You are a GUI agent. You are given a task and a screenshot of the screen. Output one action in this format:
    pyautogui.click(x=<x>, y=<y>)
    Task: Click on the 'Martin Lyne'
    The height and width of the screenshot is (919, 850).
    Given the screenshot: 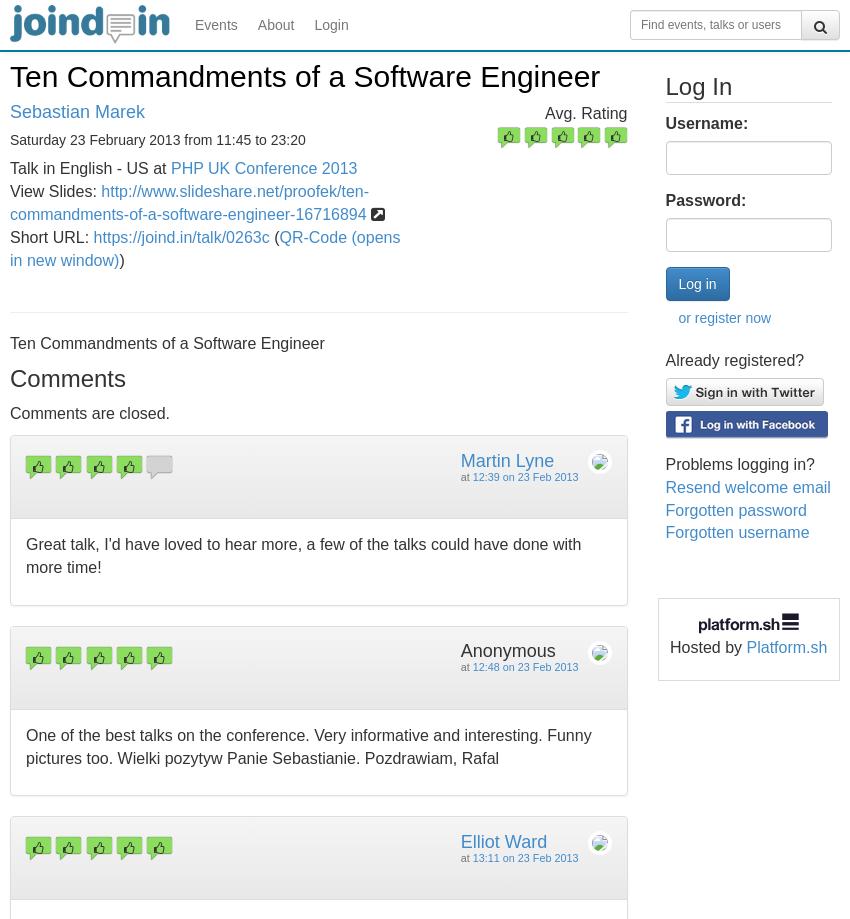 What is the action you would take?
    pyautogui.click(x=507, y=459)
    